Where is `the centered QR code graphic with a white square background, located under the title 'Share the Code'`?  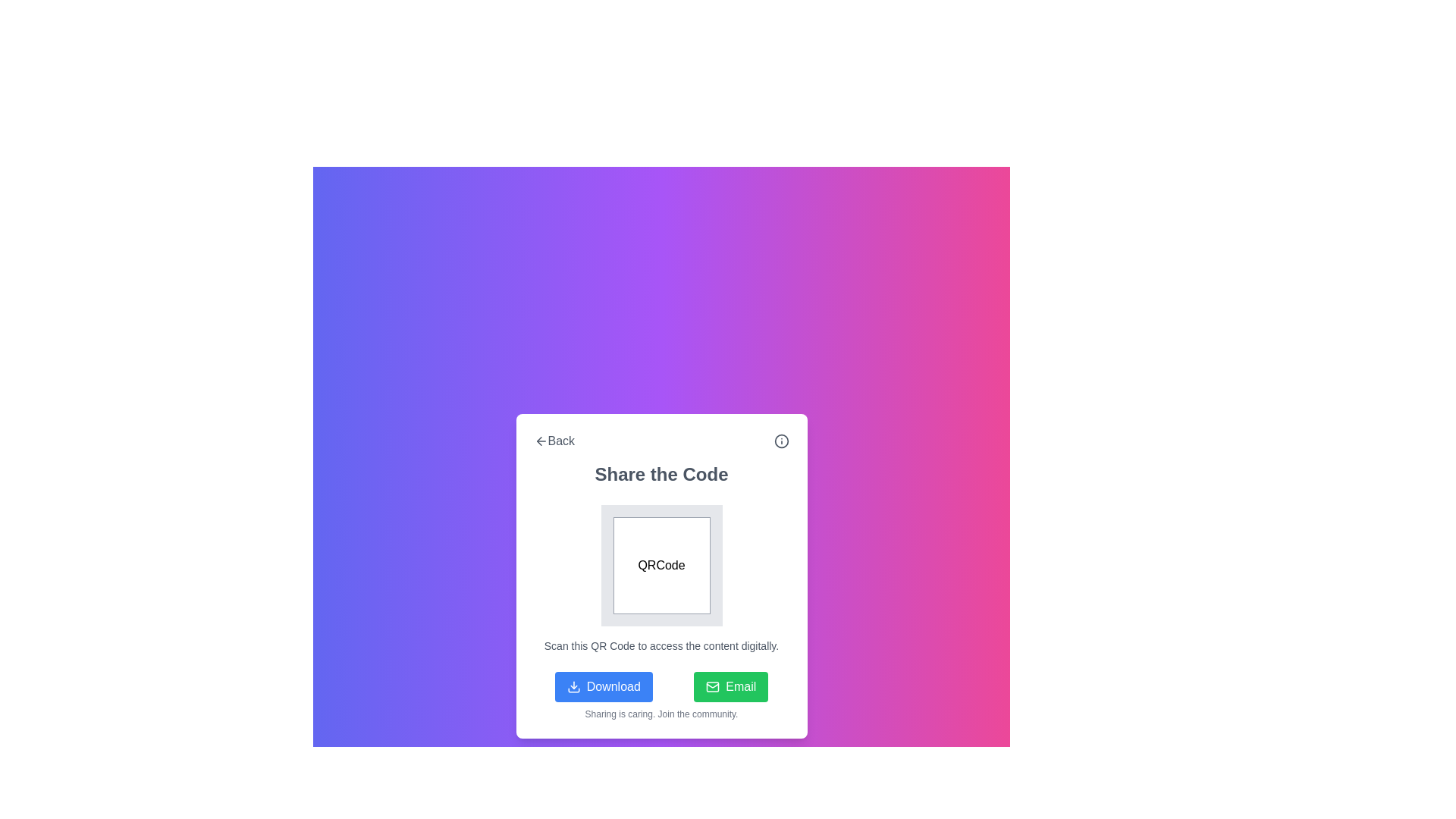
the centered QR code graphic with a white square background, located under the title 'Share the Code' is located at coordinates (661, 565).